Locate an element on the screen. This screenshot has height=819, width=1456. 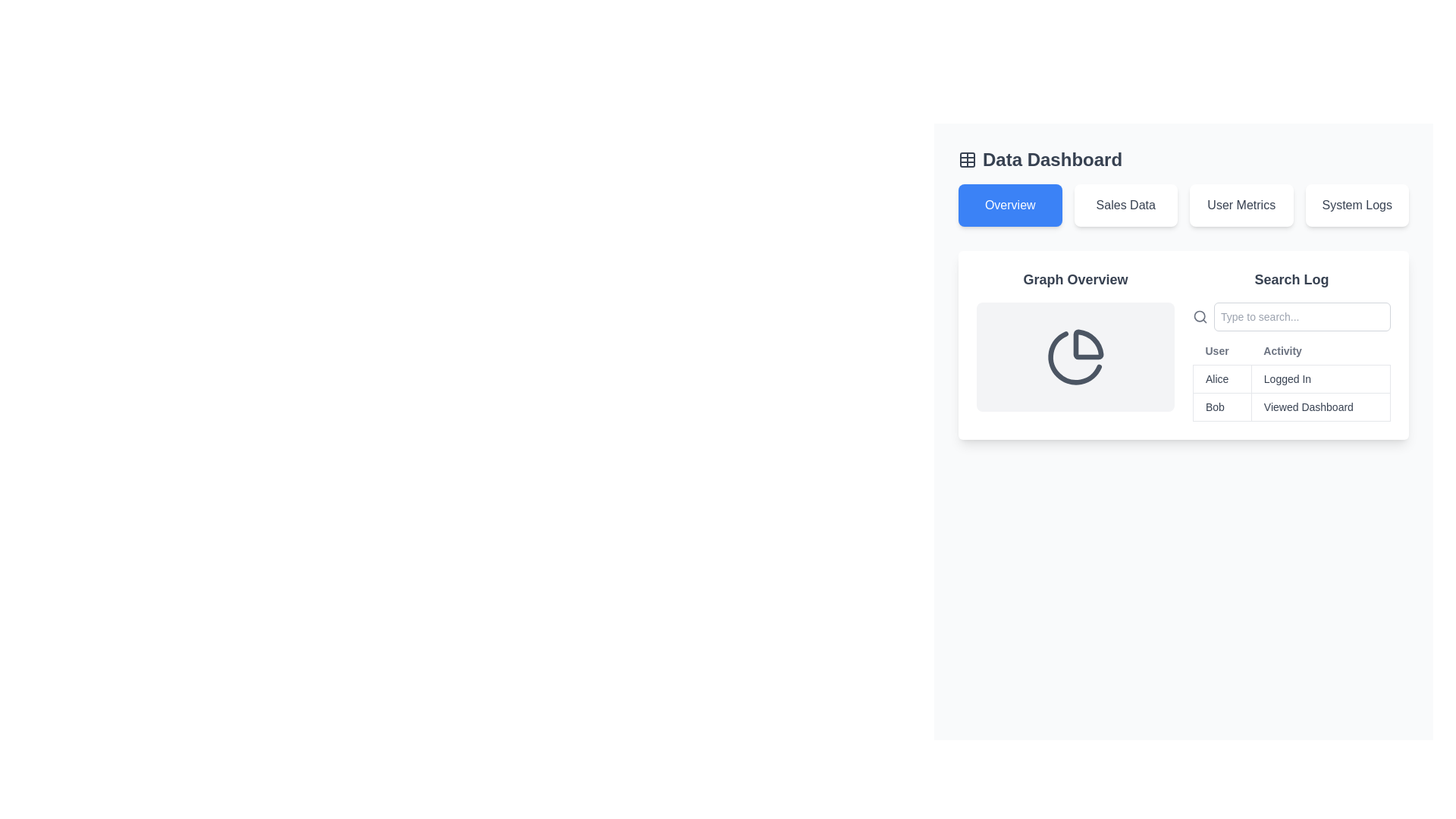
the user's name in the 'Search Log' section, which is the first entry in the 'User' column of the table, positioned above 'Bob' is located at coordinates (1222, 378).